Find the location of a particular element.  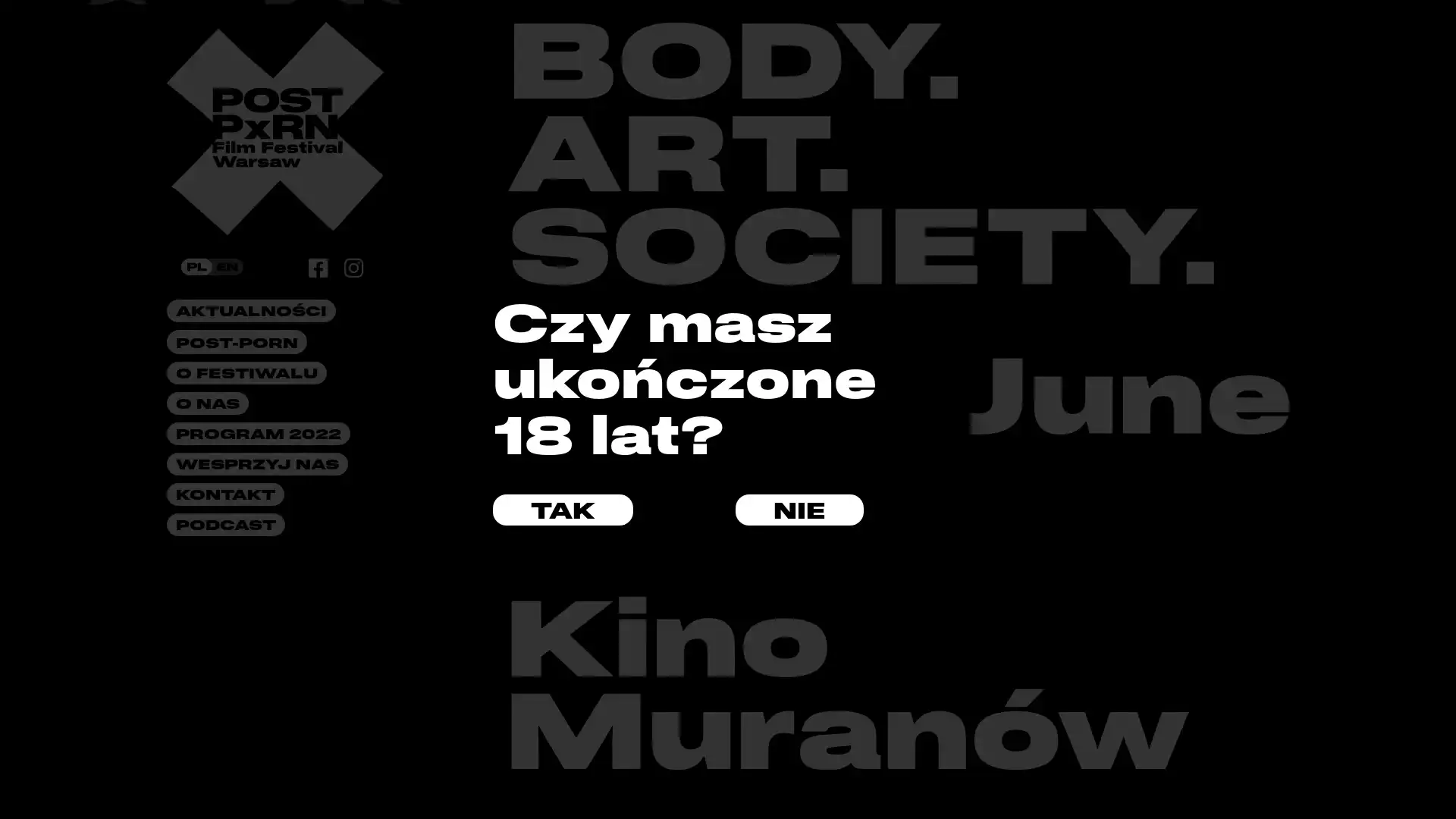

TAK is located at coordinates (562, 510).